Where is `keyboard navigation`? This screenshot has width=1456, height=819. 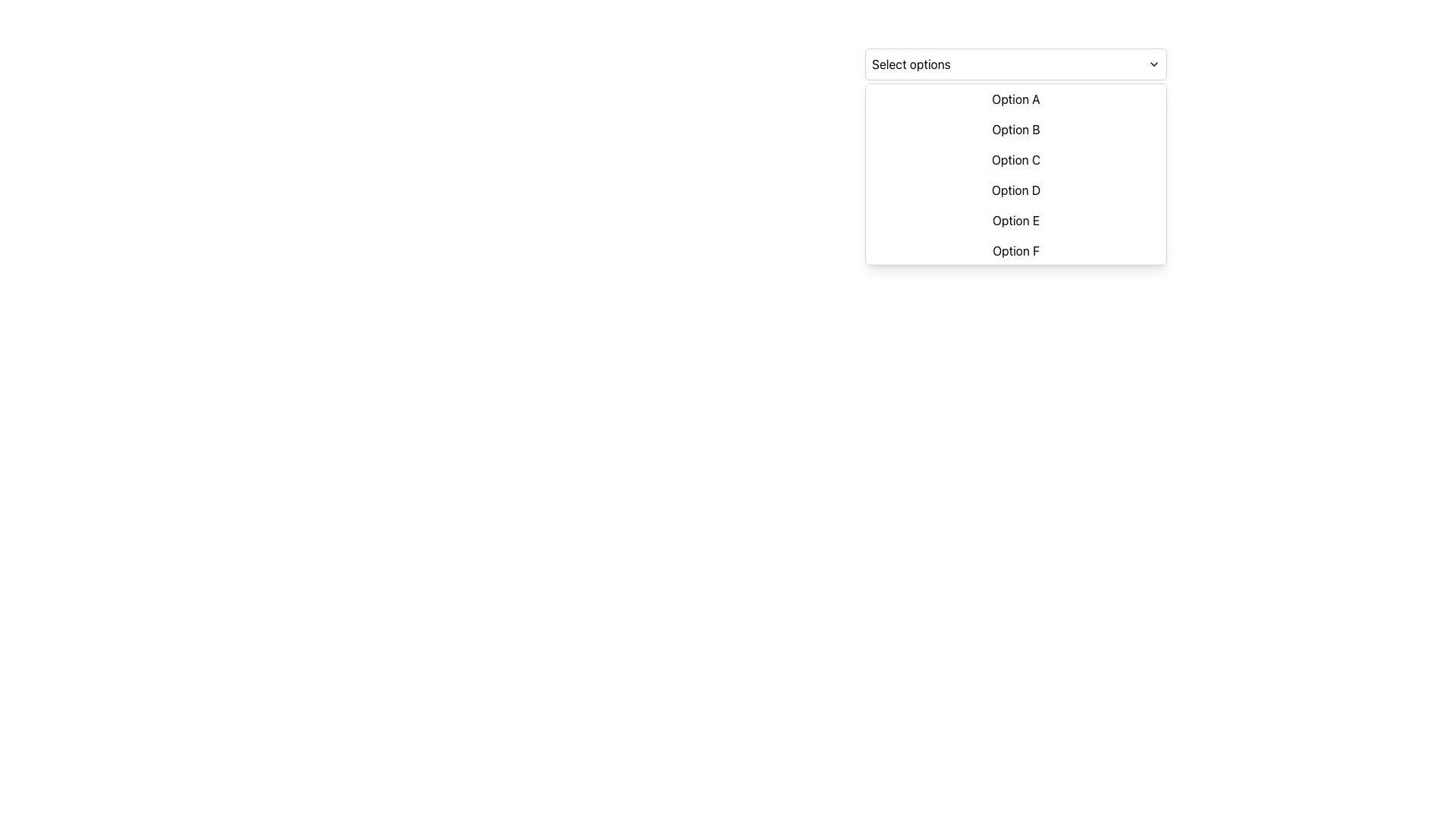
keyboard navigation is located at coordinates (1015, 99).